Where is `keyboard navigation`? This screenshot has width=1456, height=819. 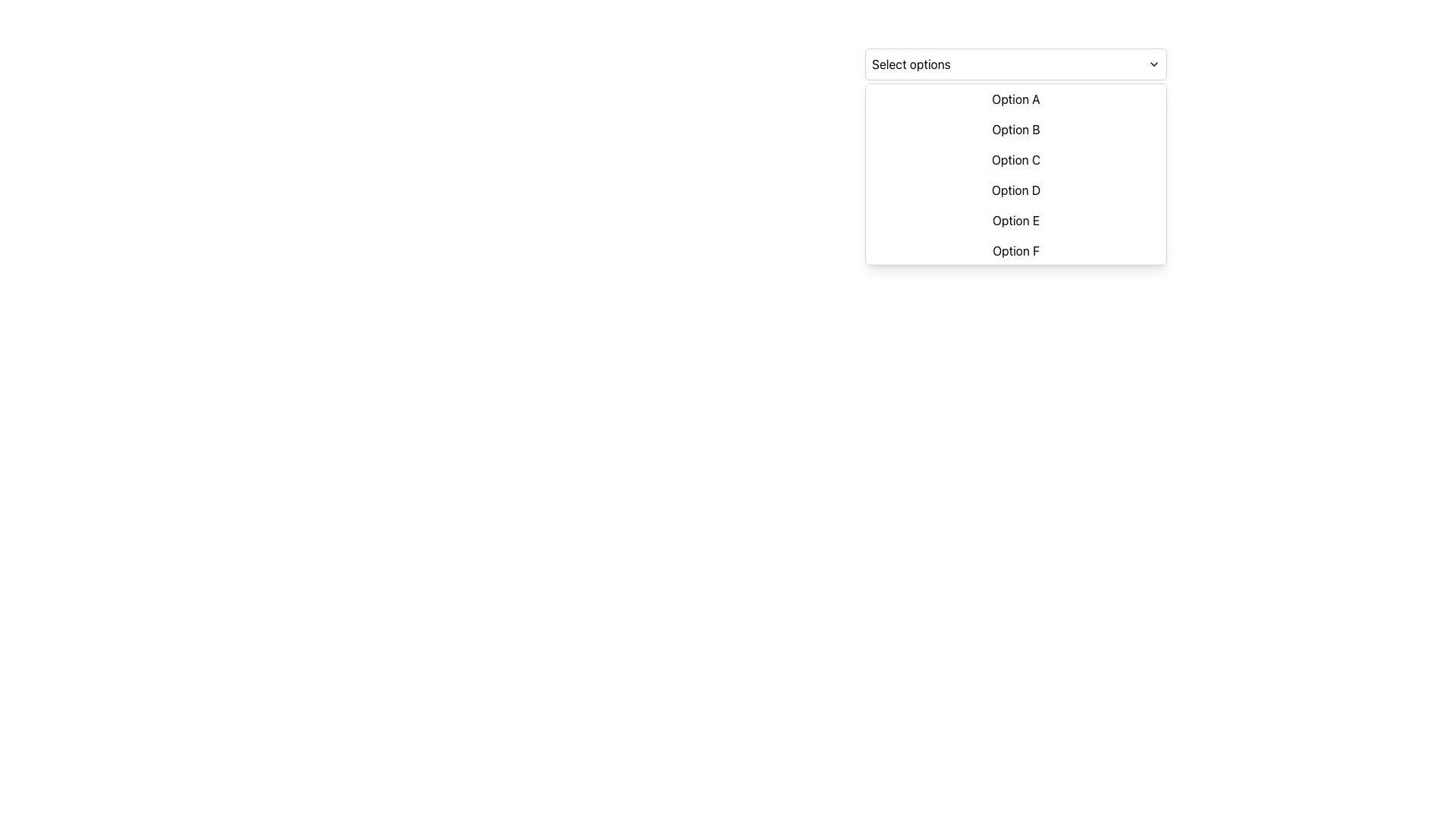
keyboard navigation is located at coordinates (1015, 99).